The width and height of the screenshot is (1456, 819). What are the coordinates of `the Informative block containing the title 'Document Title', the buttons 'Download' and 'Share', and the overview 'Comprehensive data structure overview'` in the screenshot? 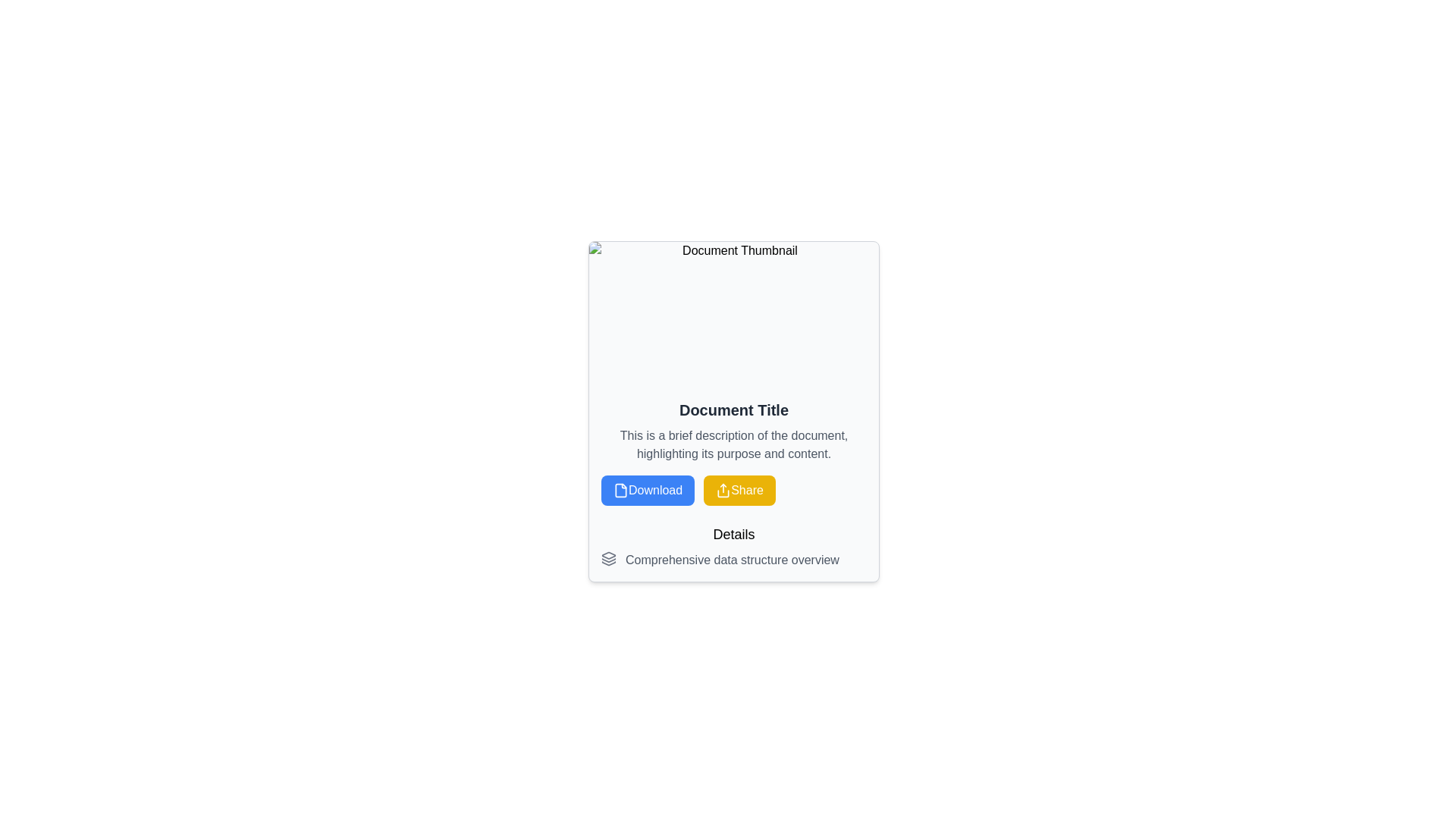 It's located at (734, 485).